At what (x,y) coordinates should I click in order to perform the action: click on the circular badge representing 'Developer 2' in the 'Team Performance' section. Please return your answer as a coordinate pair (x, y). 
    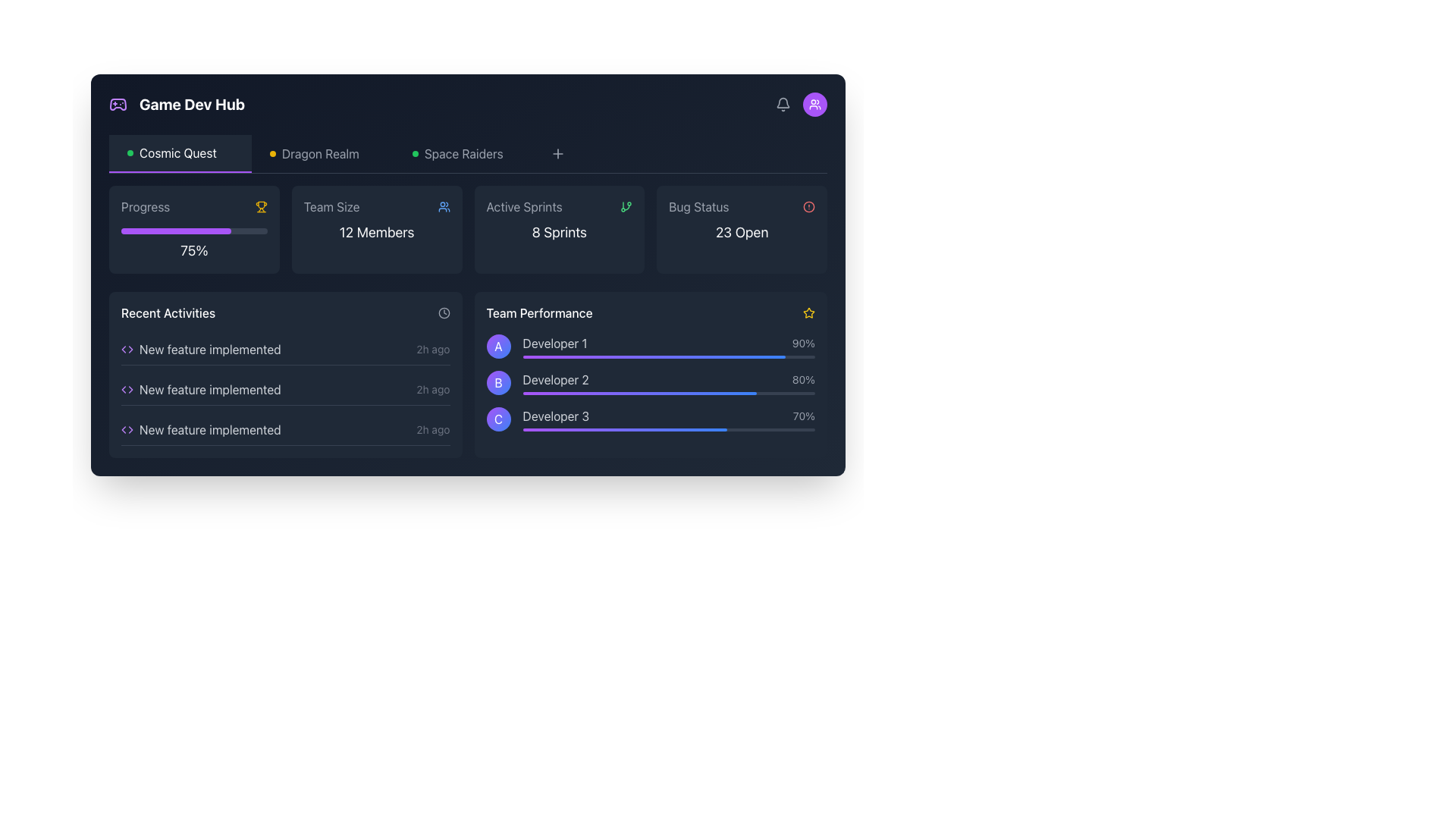
    Looking at the image, I should click on (498, 382).